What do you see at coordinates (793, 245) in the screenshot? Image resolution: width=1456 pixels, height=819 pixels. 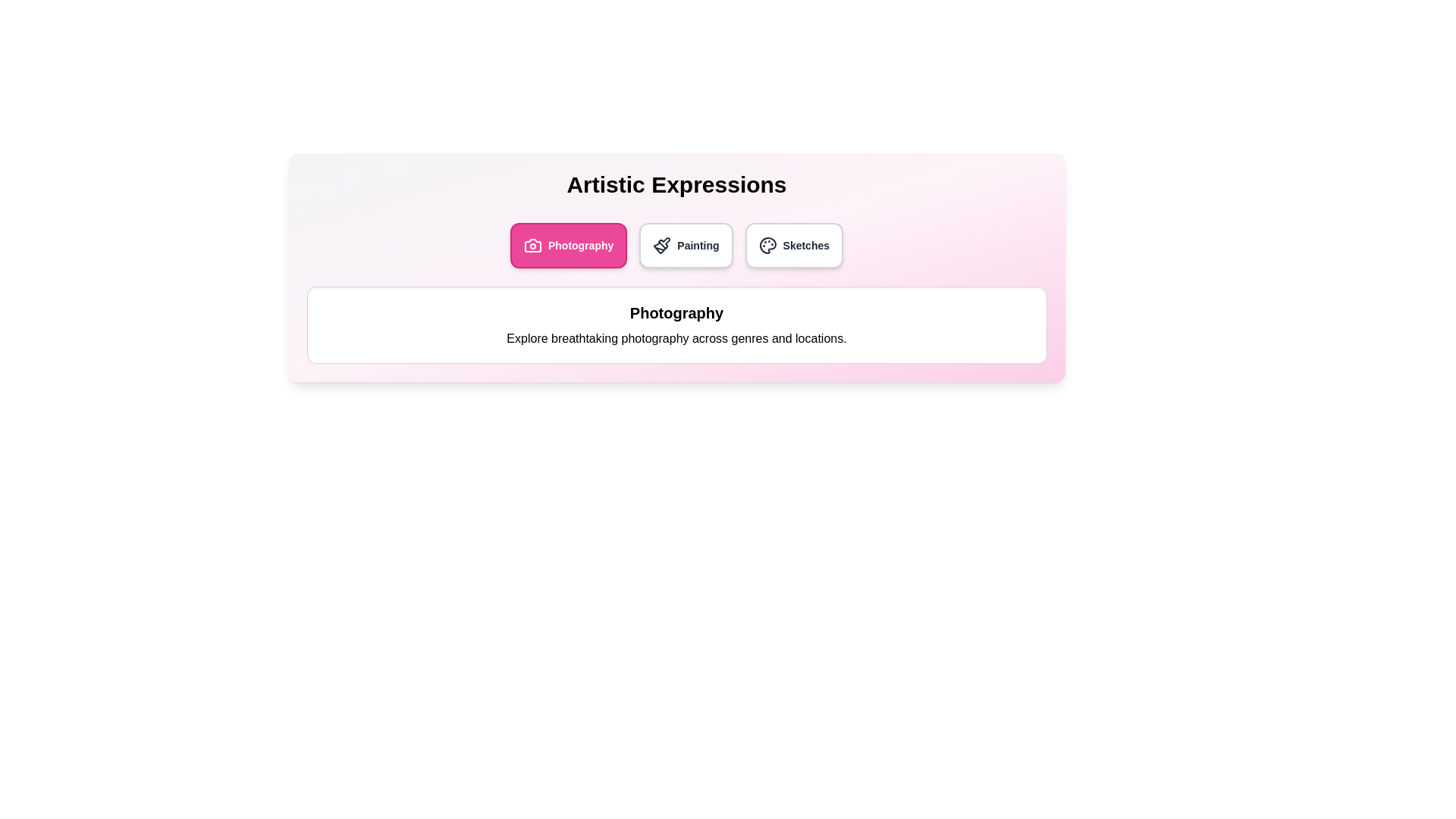 I see `the Sketches tab to view its content` at bounding box center [793, 245].